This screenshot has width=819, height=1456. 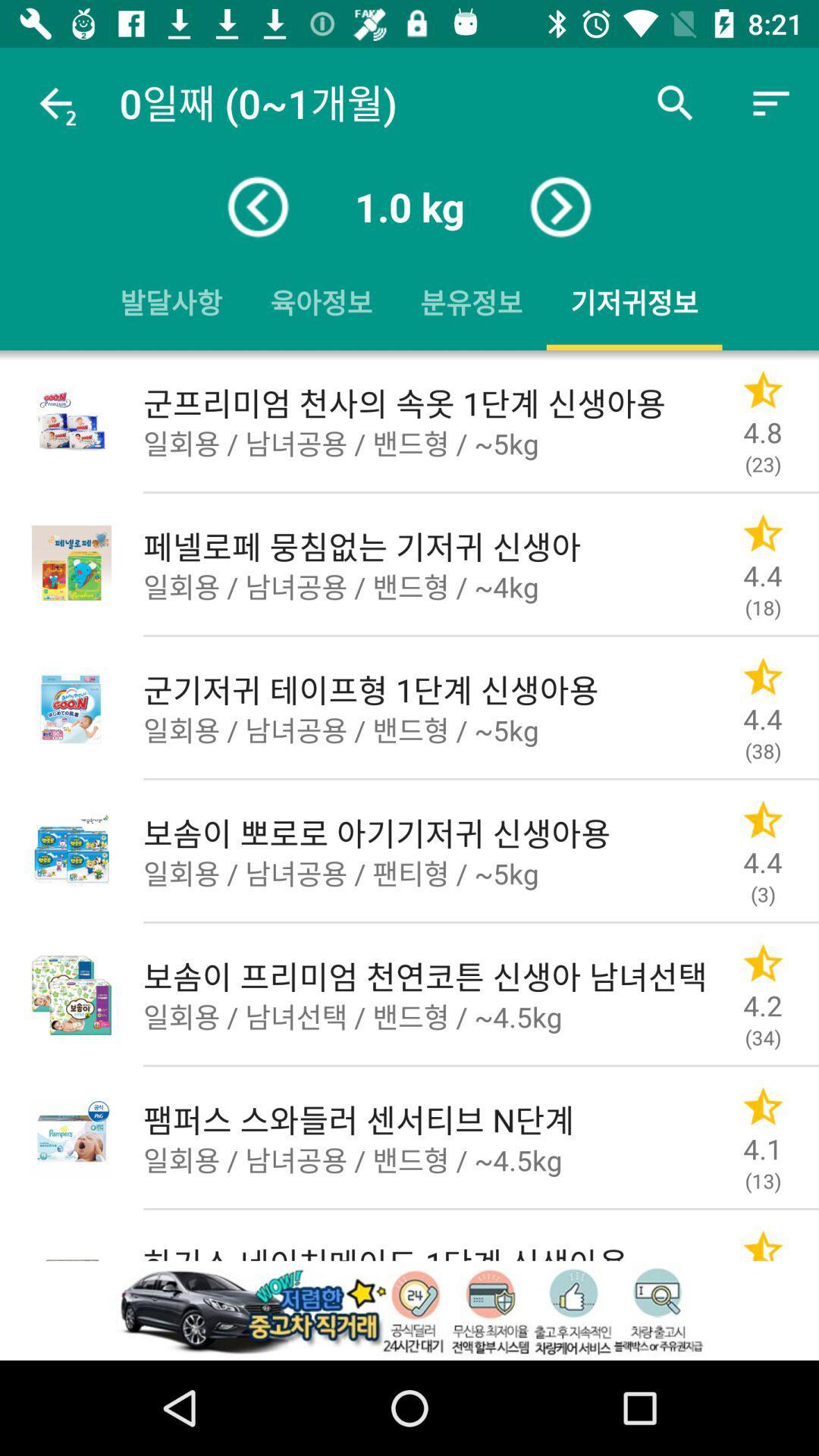 What do you see at coordinates (560, 206) in the screenshot?
I see `the arrow_forward icon` at bounding box center [560, 206].